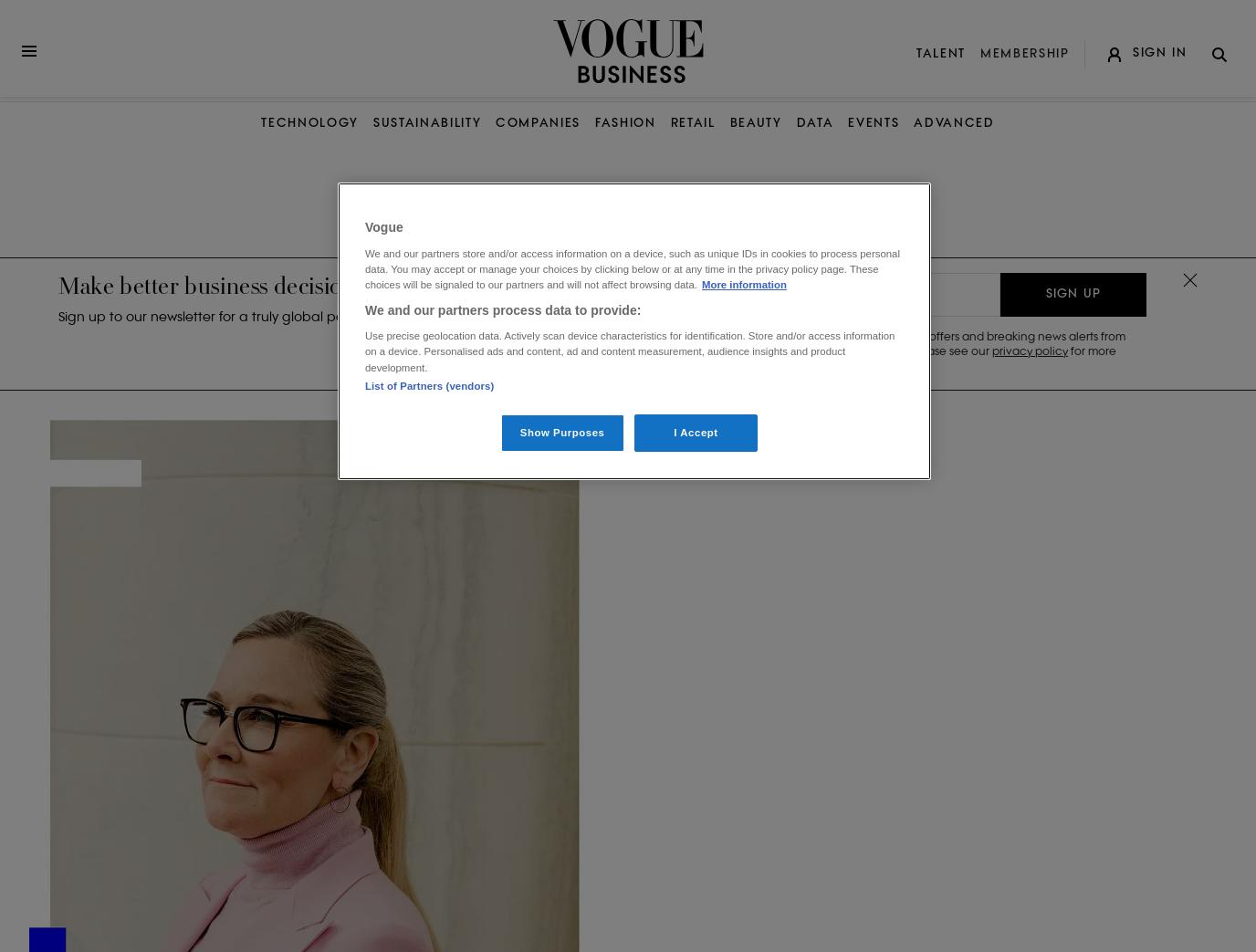  What do you see at coordinates (1072, 292) in the screenshot?
I see `'Sign Up'` at bounding box center [1072, 292].